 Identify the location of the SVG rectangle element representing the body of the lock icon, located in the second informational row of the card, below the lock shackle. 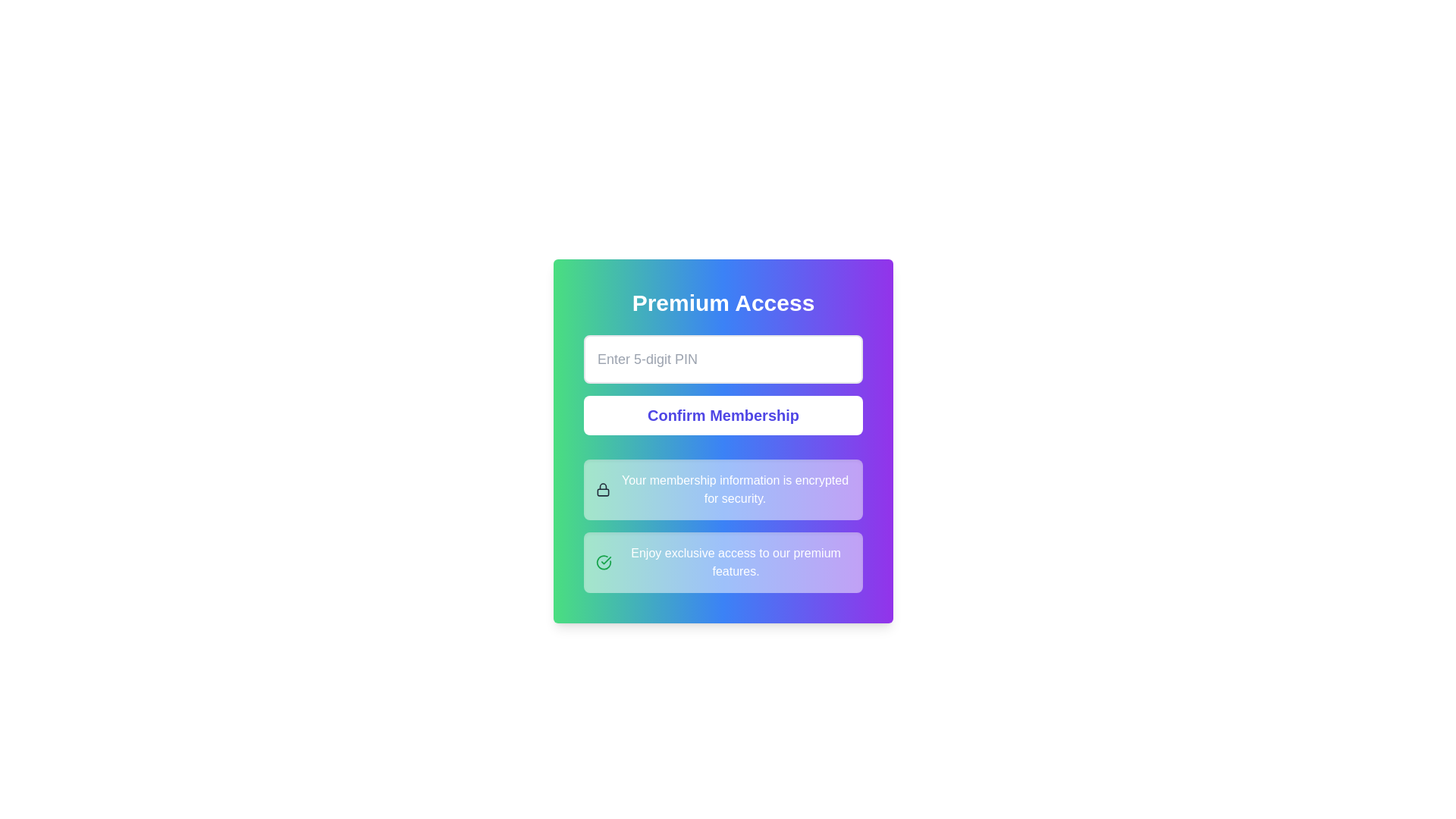
(602, 492).